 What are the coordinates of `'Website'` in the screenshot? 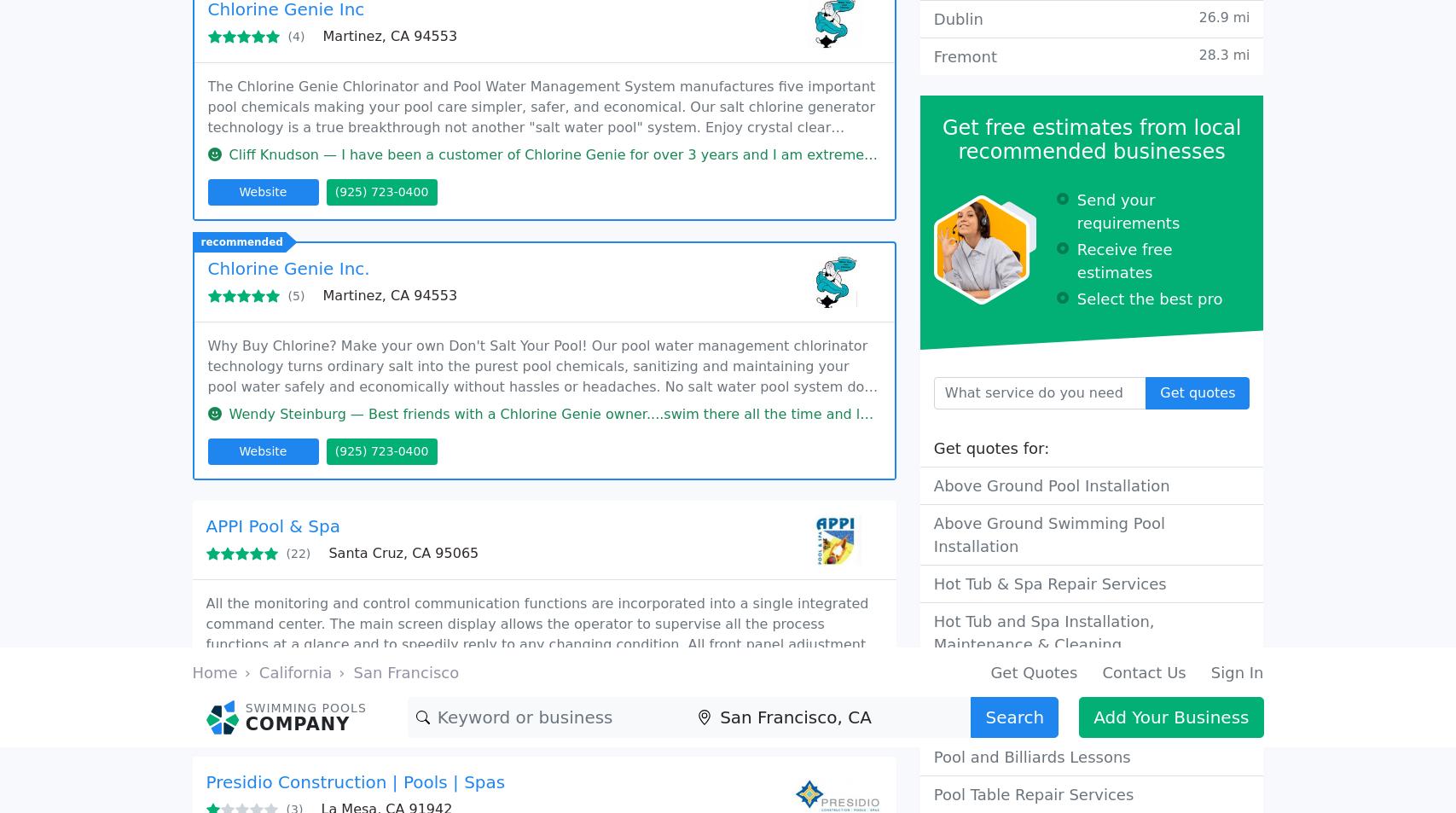 It's located at (261, 446).